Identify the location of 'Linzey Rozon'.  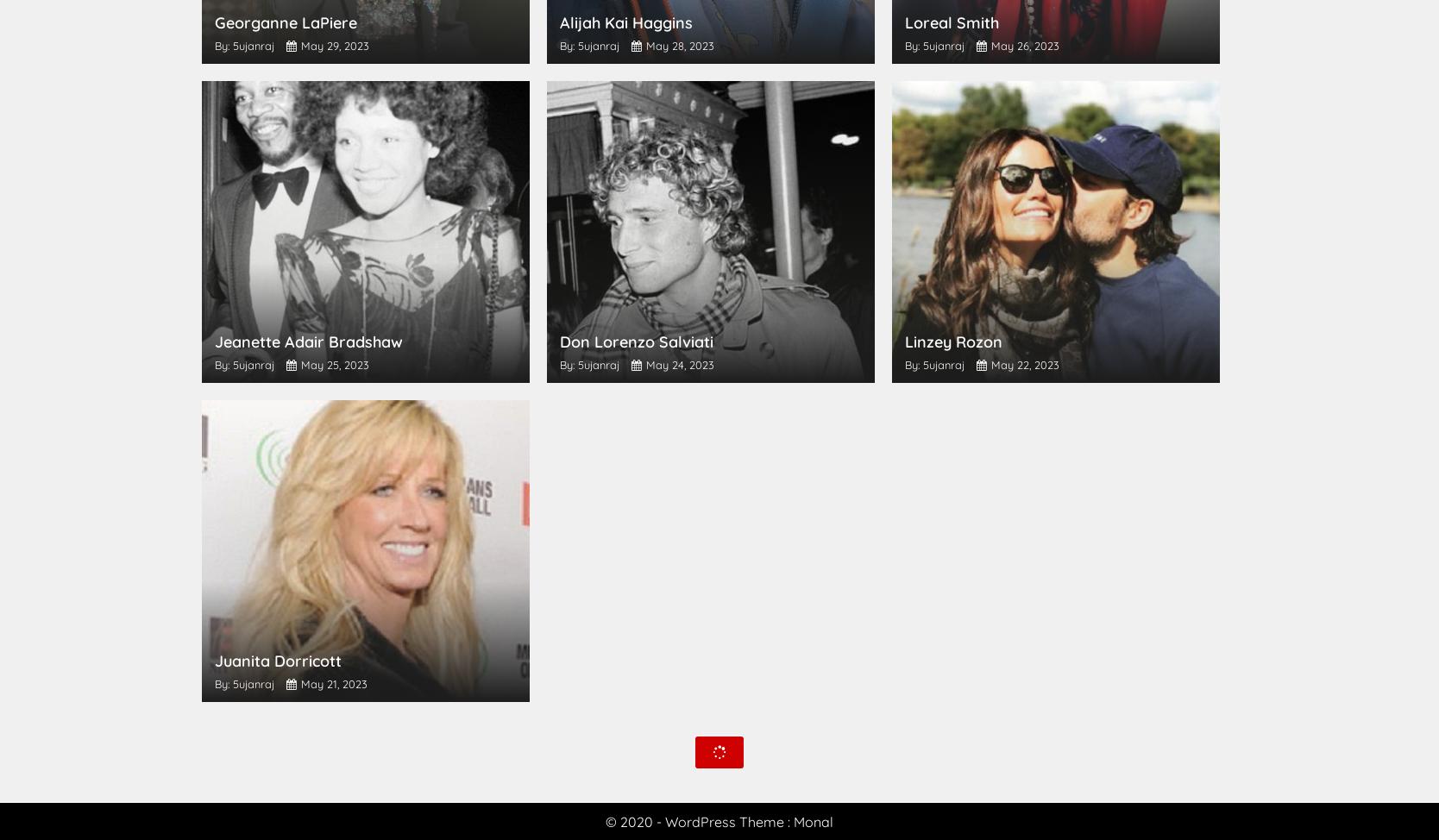
(952, 342).